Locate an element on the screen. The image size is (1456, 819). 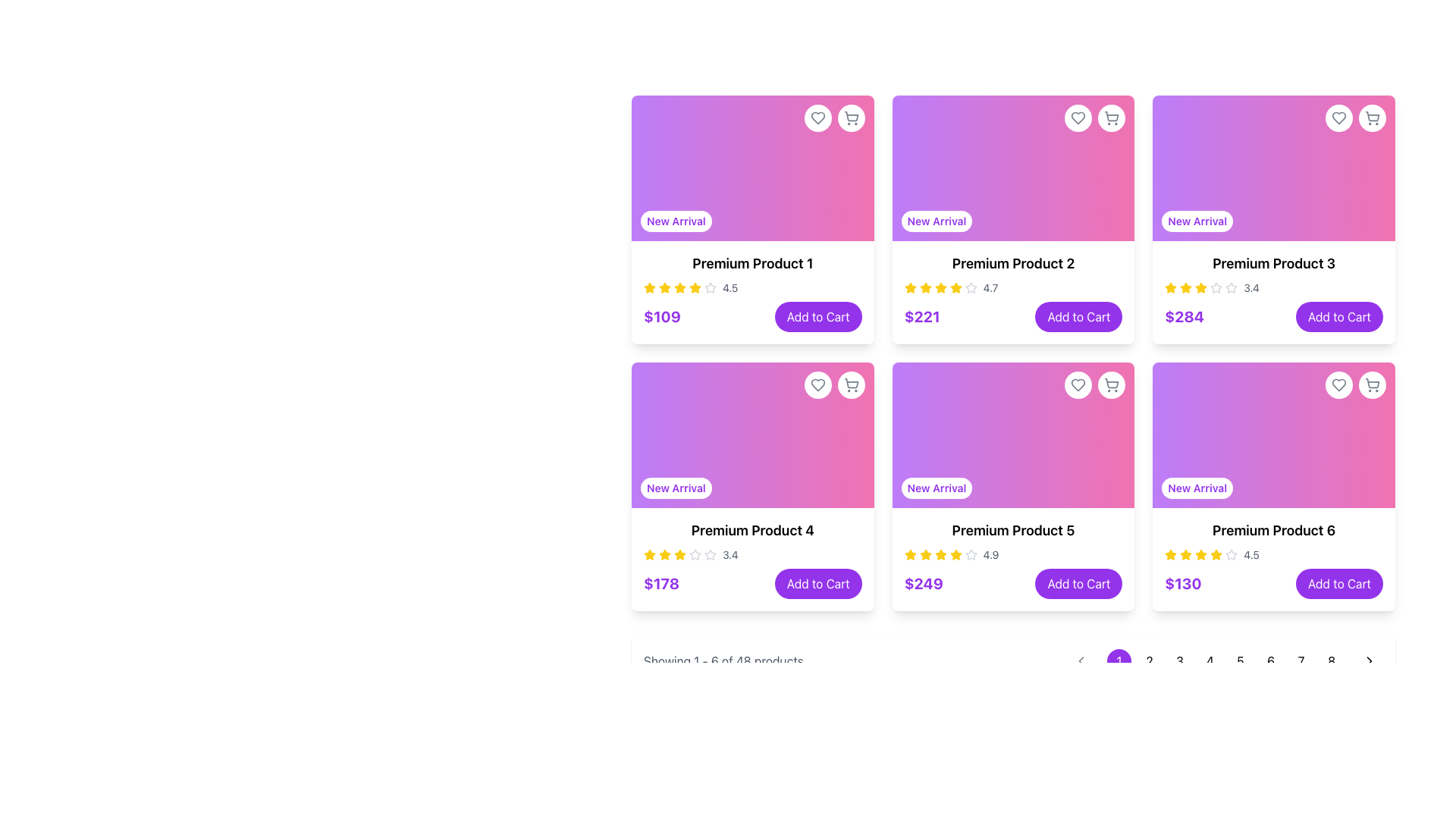
the active star-shaped icon with a yellow fill, which is the fifth star in the rating system for 'Premium Product 5', located under the product card and to the left of the textual rating '4.9' is located at coordinates (940, 555).